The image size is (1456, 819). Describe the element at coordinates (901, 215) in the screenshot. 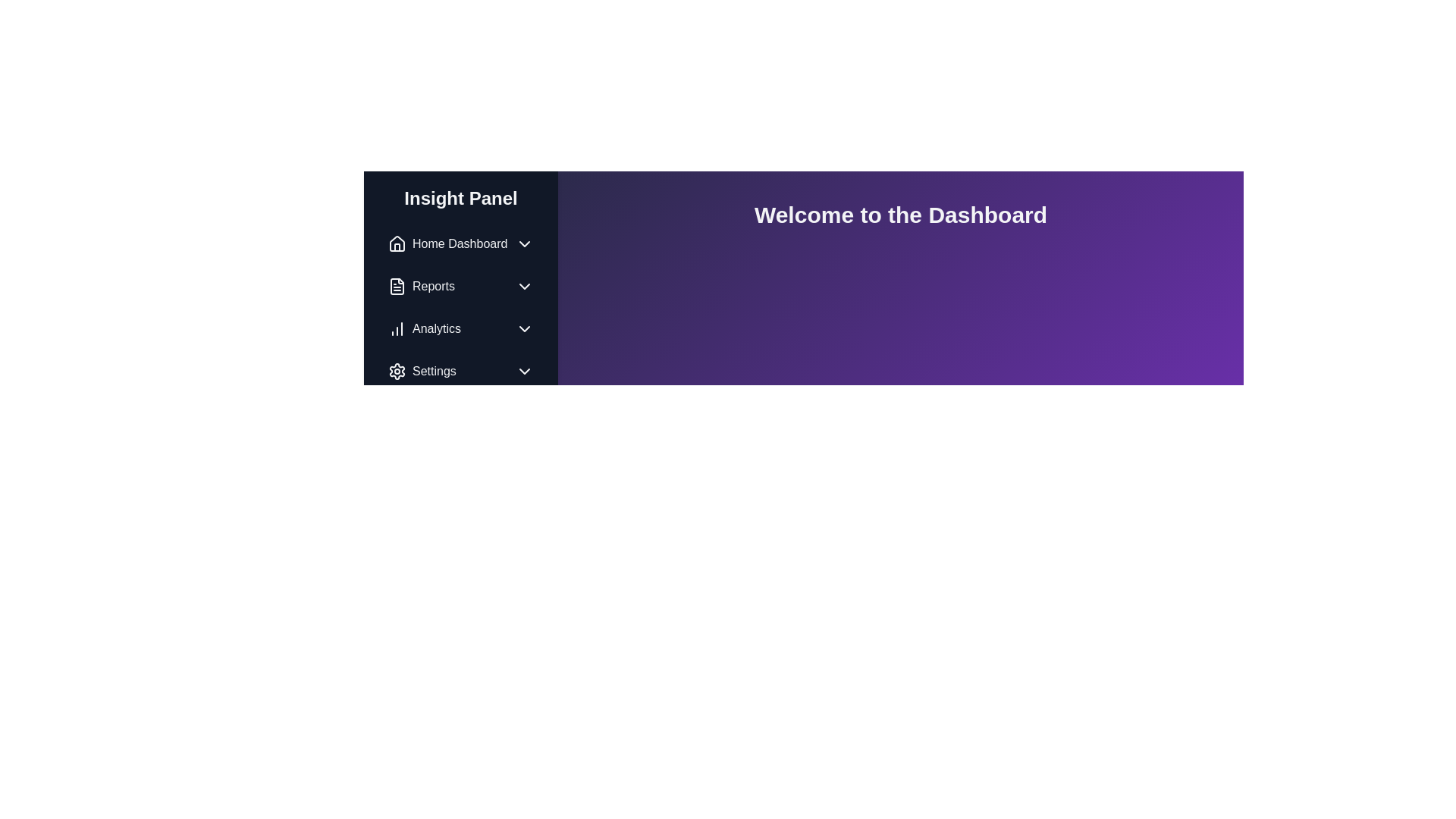

I see `the Text Display element at the top-center of the dashboard interface, which serves as a title or welcoming message, located in the header section with a purple background` at that location.